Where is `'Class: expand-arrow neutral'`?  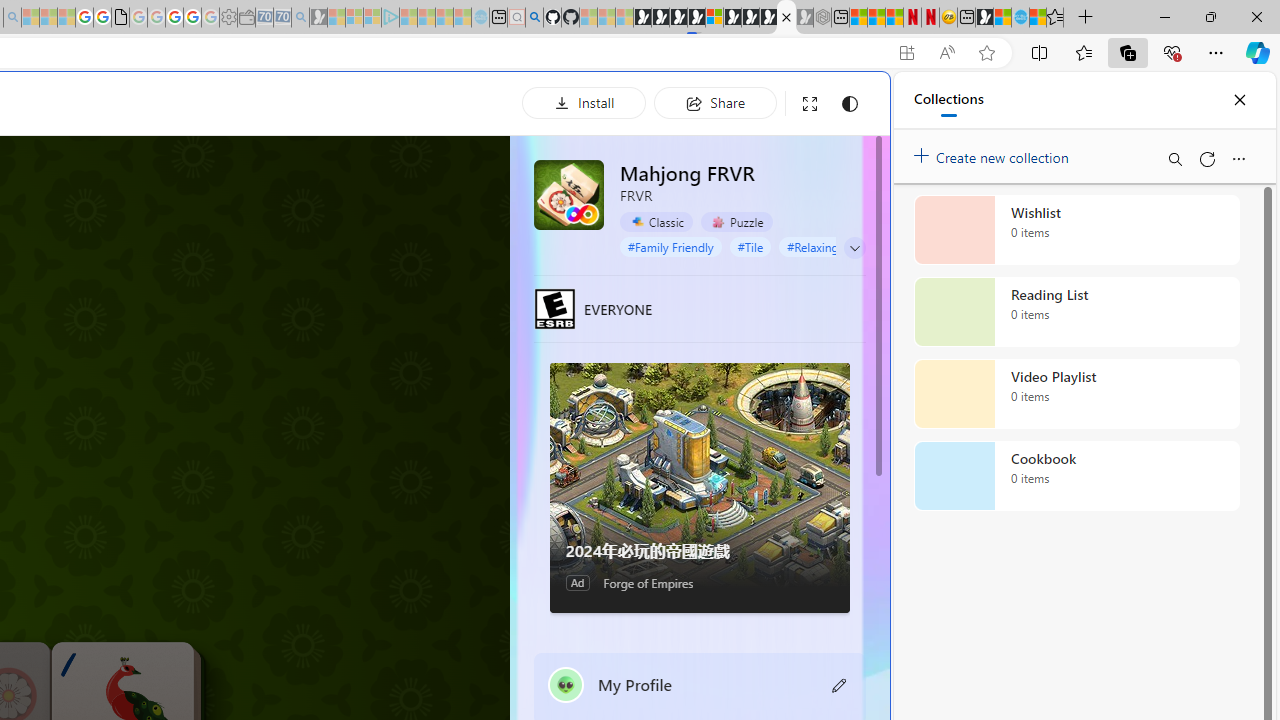 'Class: expand-arrow neutral' is located at coordinates (855, 247).